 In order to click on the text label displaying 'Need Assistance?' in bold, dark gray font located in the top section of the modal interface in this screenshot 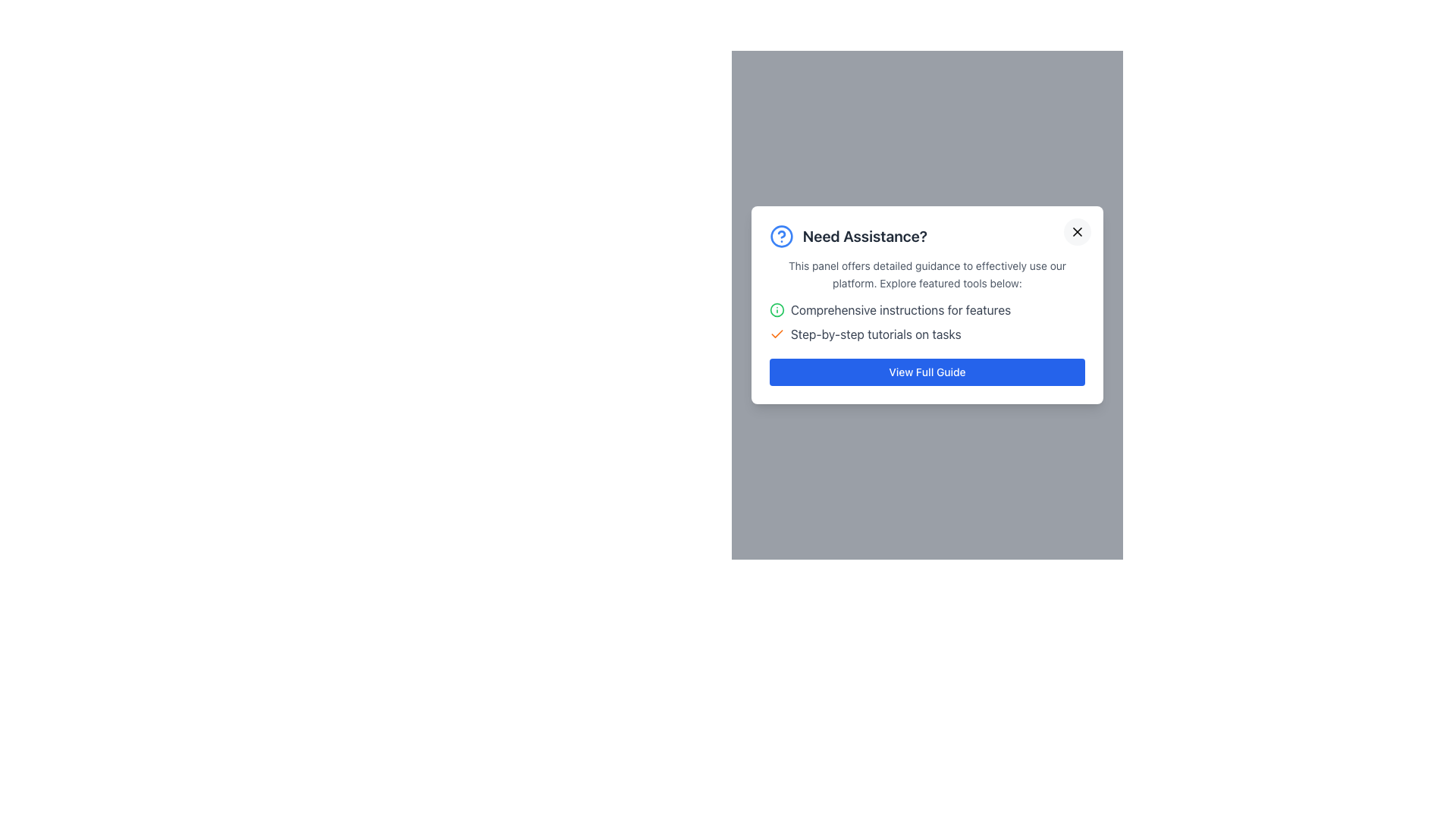, I will do `click(864, 236)`.